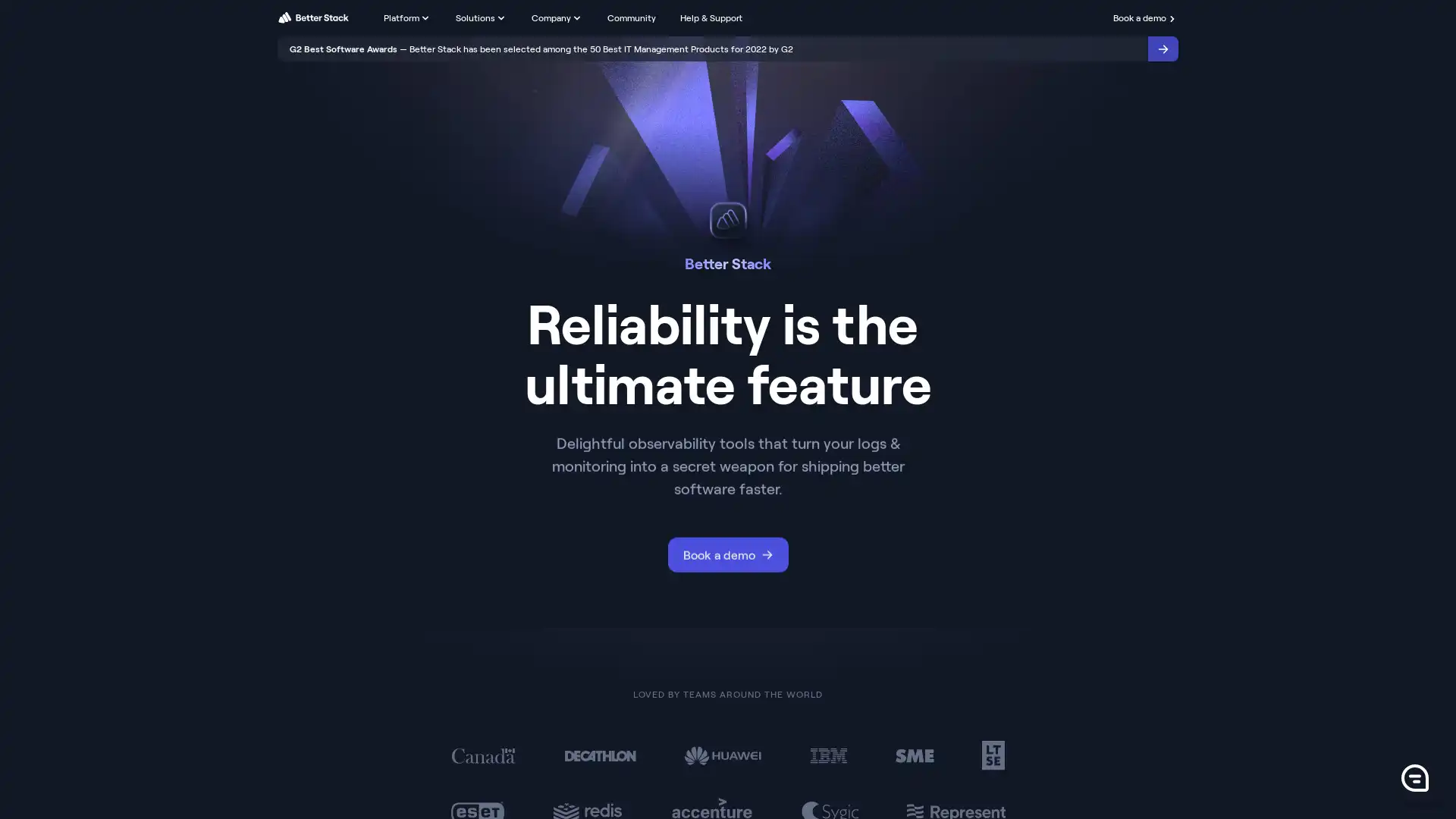 This screenshot has height=819, width=1456. Describe the element at coordinates (1414, 778) in the screenshot. I see `Launch Front Chat` at that location.